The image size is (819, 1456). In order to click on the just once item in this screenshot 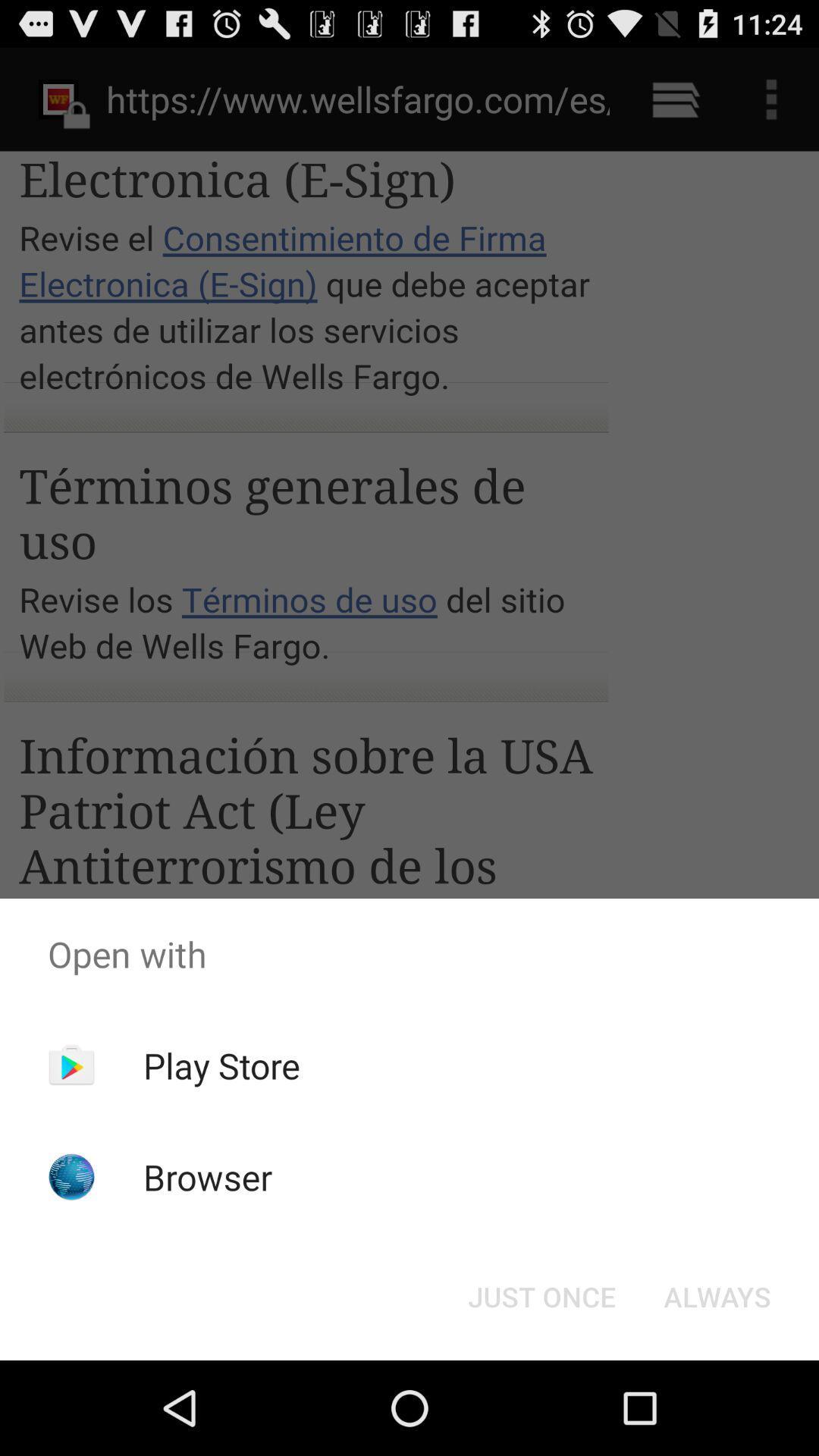, I will do `click(541, 1295)`.